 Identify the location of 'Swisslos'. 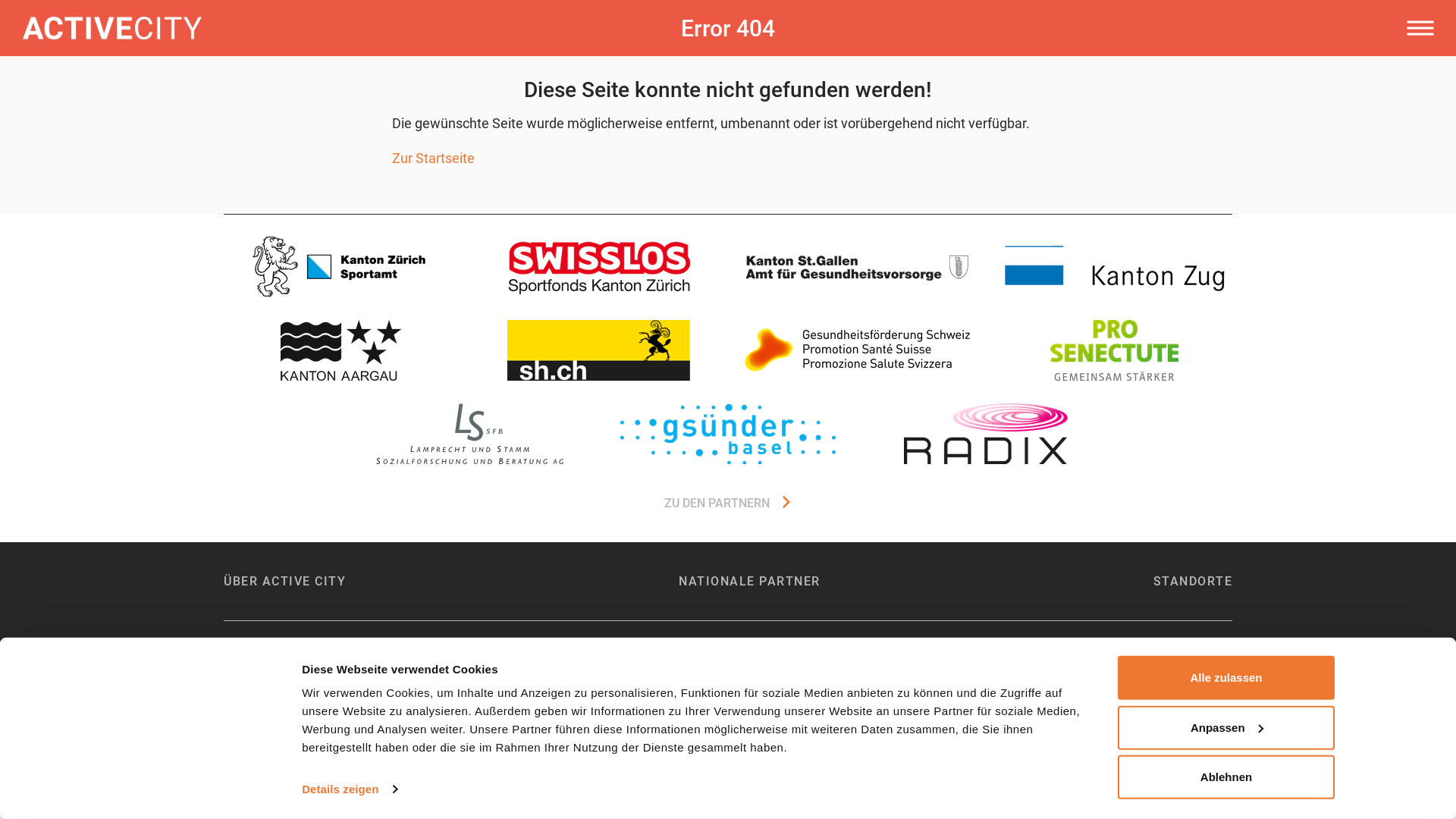
(598, 265).